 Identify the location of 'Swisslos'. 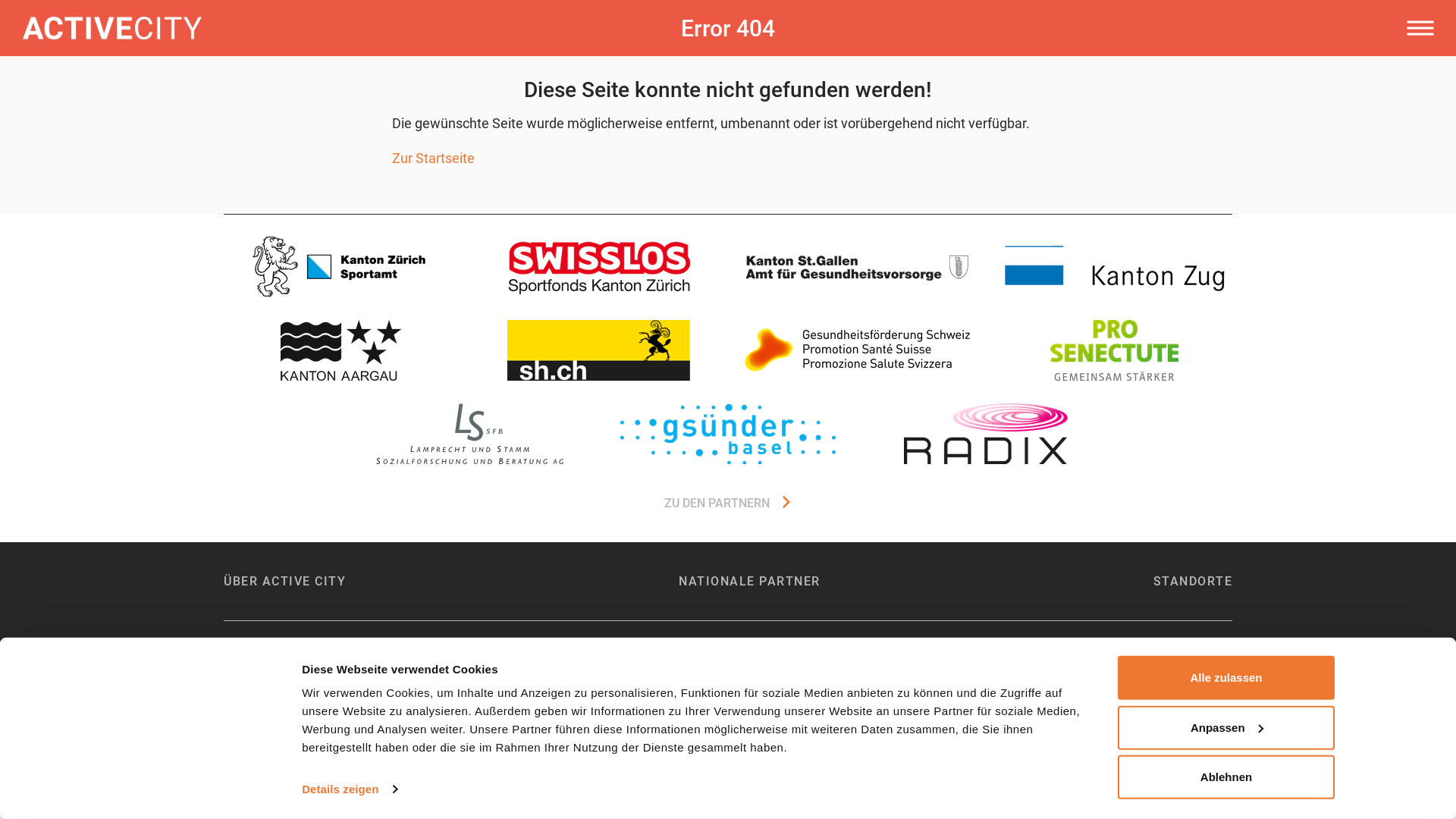
(598, 265).